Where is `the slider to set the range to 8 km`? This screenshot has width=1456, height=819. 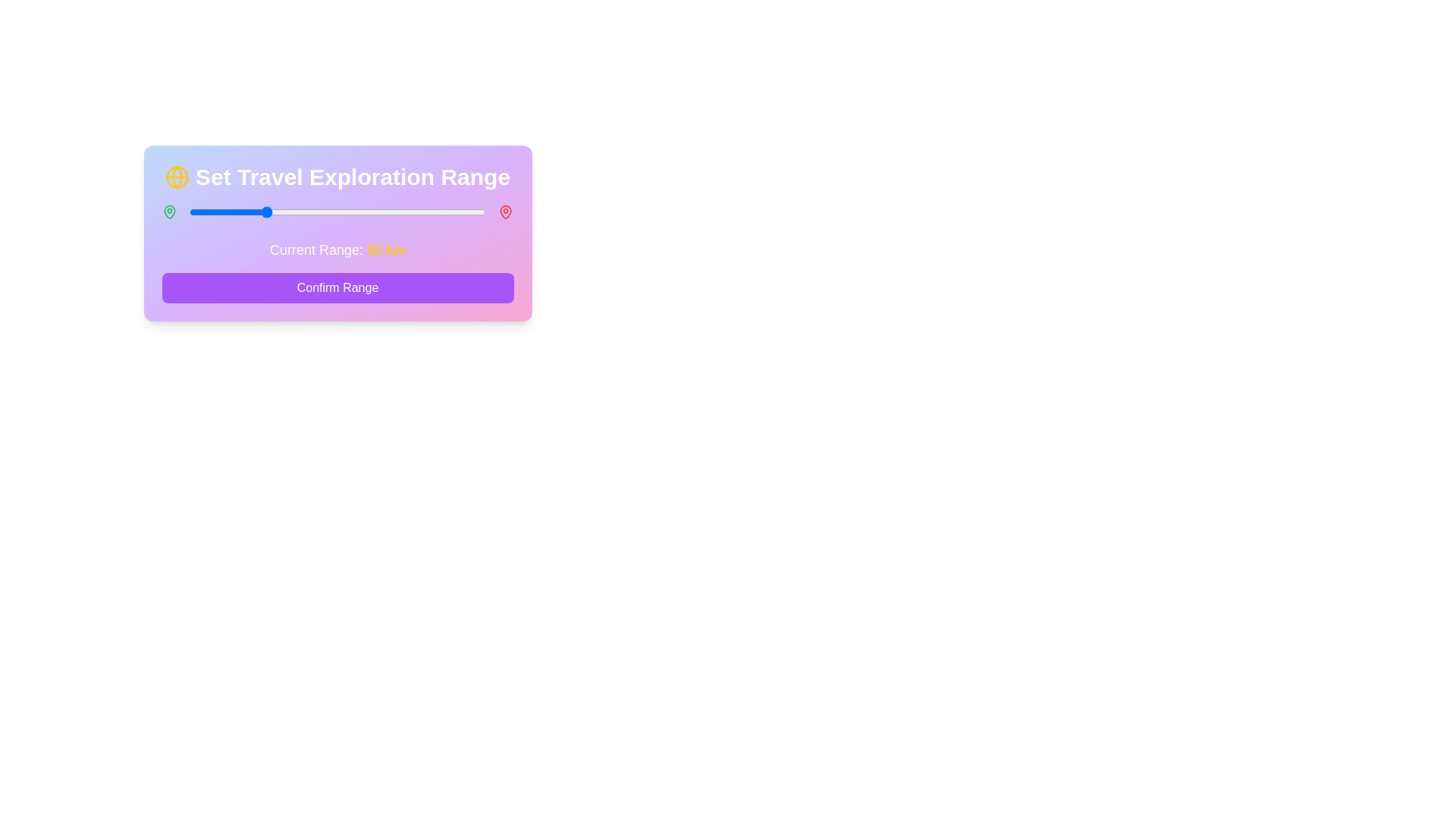 the slider to set the range to 8 km is located at coordinates (200, 212).